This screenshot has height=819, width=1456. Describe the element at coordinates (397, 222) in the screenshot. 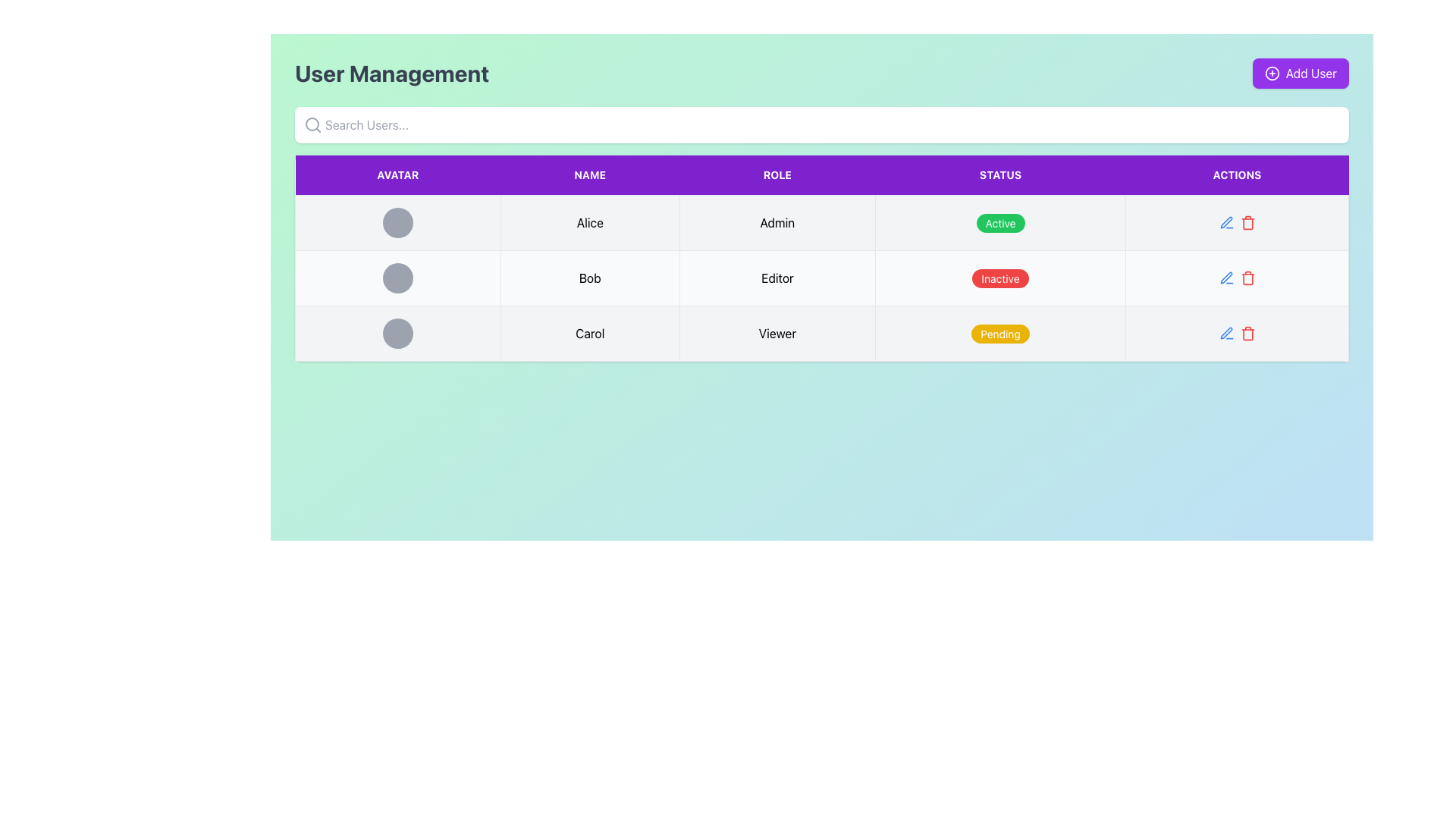

I see `the Avatar placeholder for 'Alice' in the user management table, which is located in the first row of the 'Avatar' column` at that location.